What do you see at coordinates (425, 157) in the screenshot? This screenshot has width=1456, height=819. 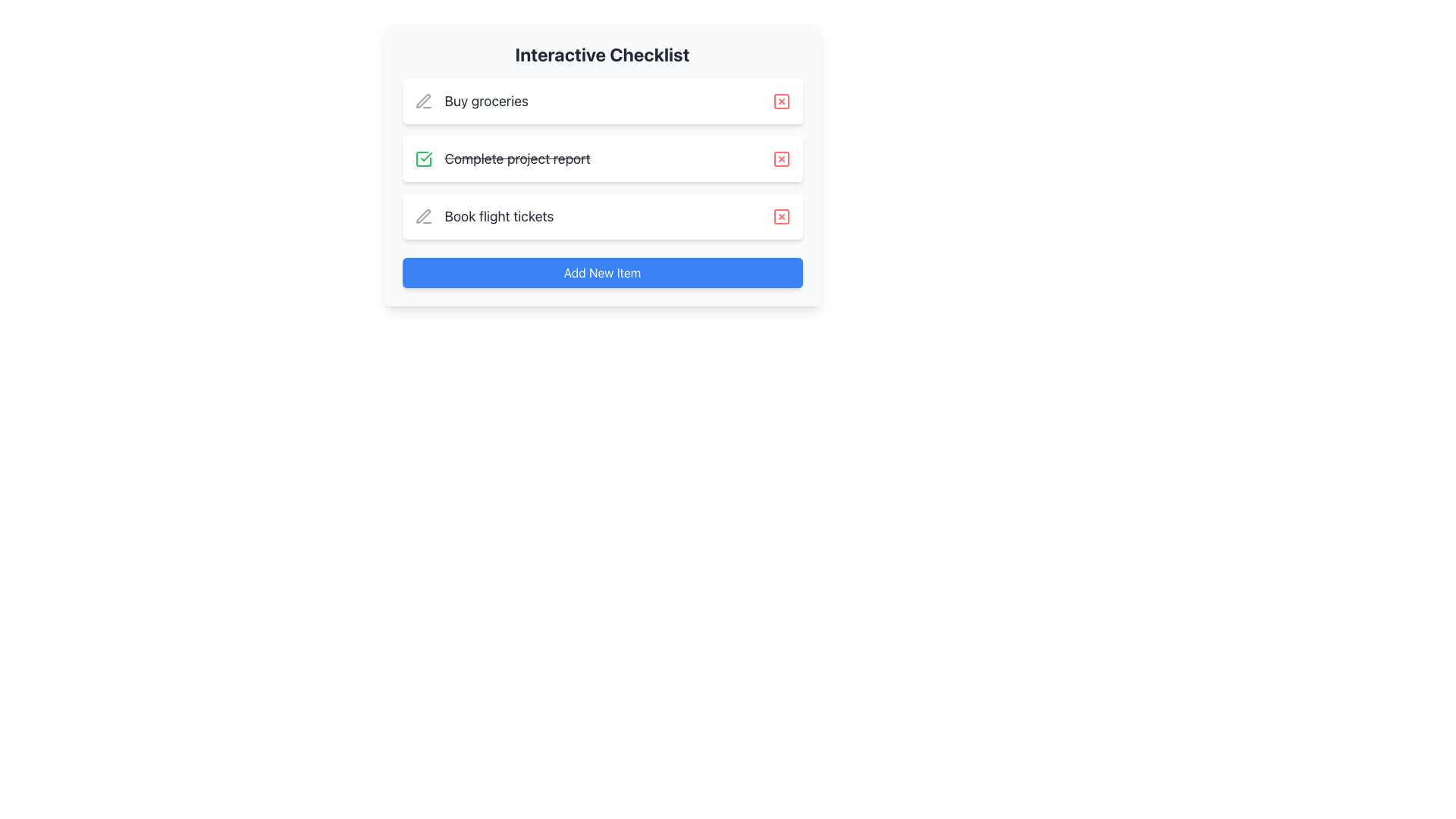 I see `the small green checkmark icon that signifies completion or approval, located to the left of the text 'Complete project report' in the second row of the list` at bounding box center [425, 157].